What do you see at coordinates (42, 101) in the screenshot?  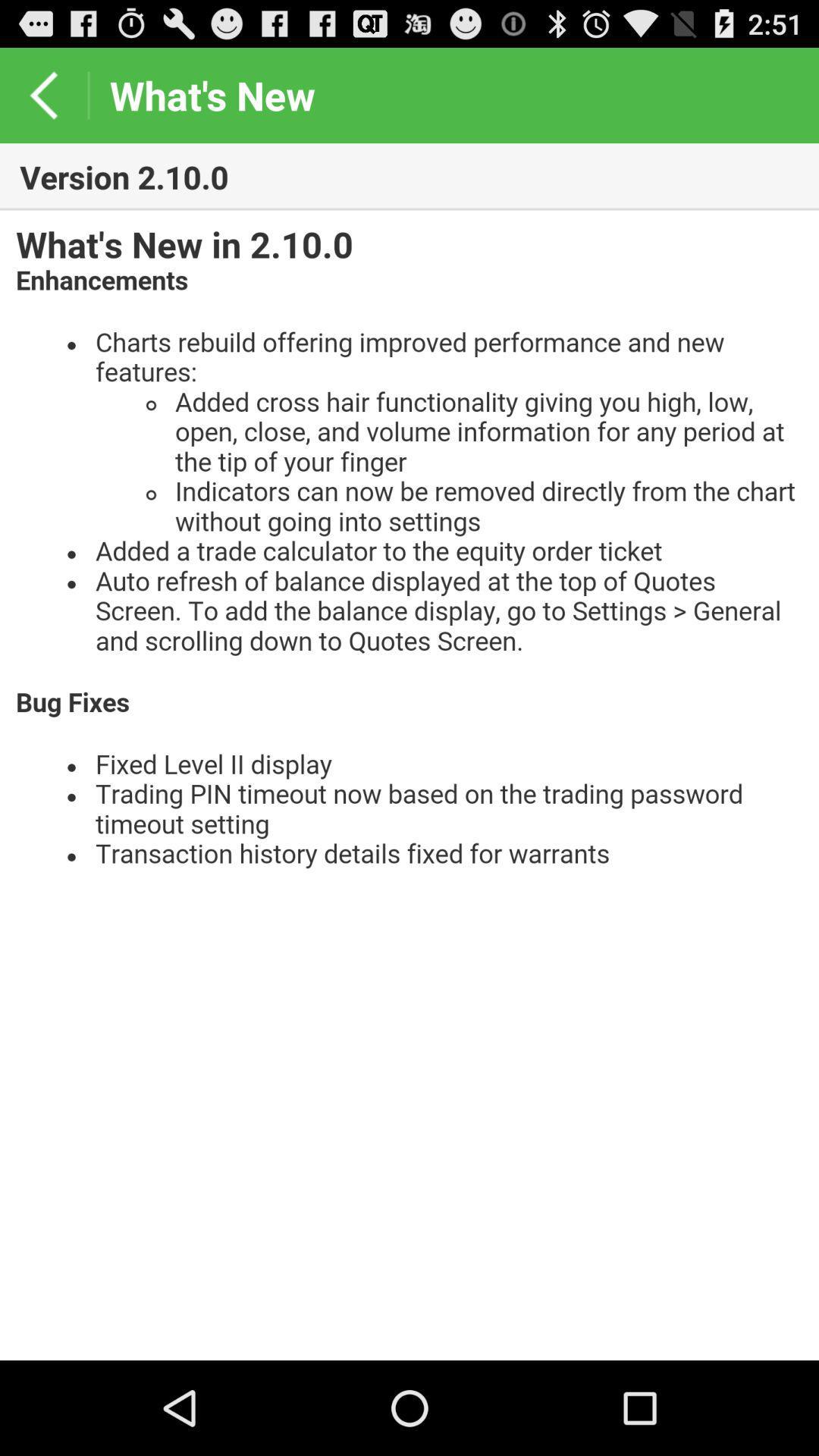 I see `the arrow_backward icon` at bounding box center [42, 101].